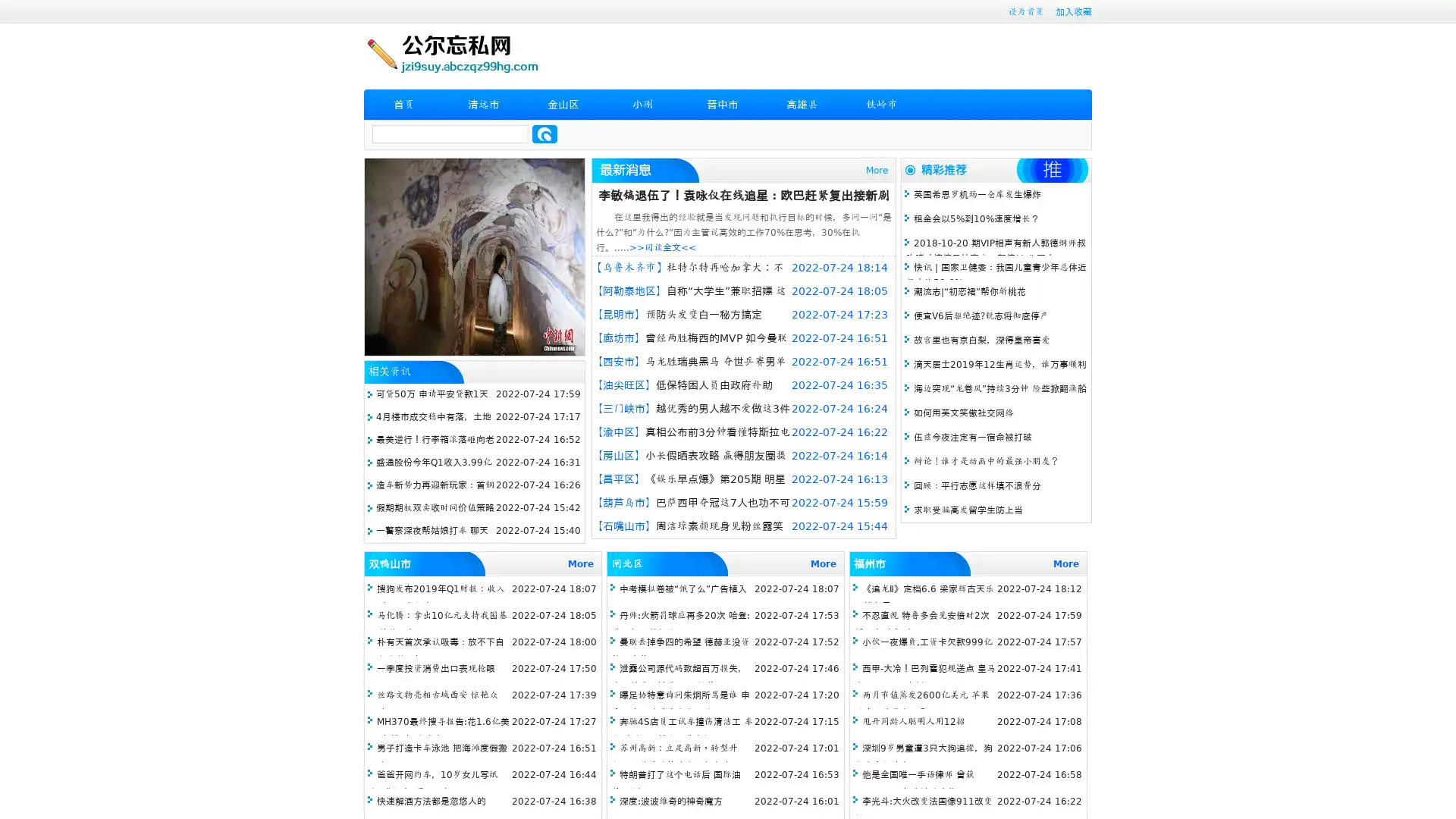 The width and height of the screenshot is (1456, 819). I want to click on Search, so click(544, 133).